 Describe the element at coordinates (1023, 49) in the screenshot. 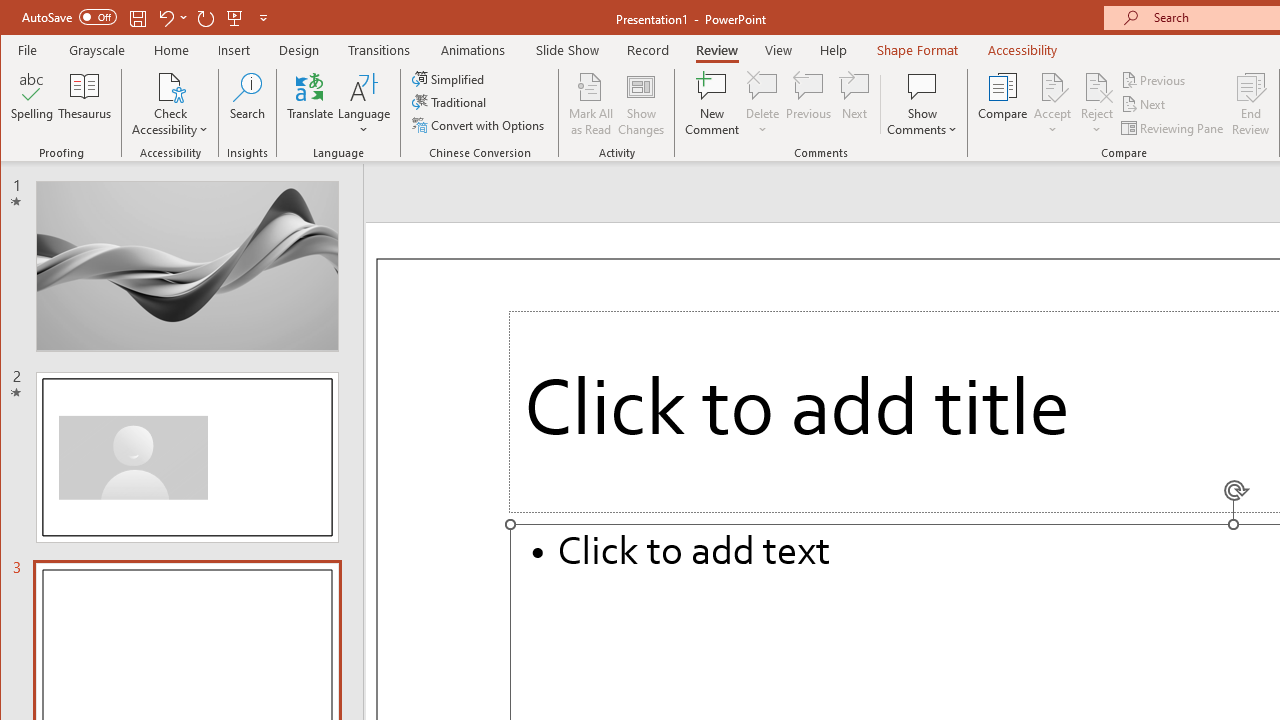

I see `'Accessibility'` at that location.